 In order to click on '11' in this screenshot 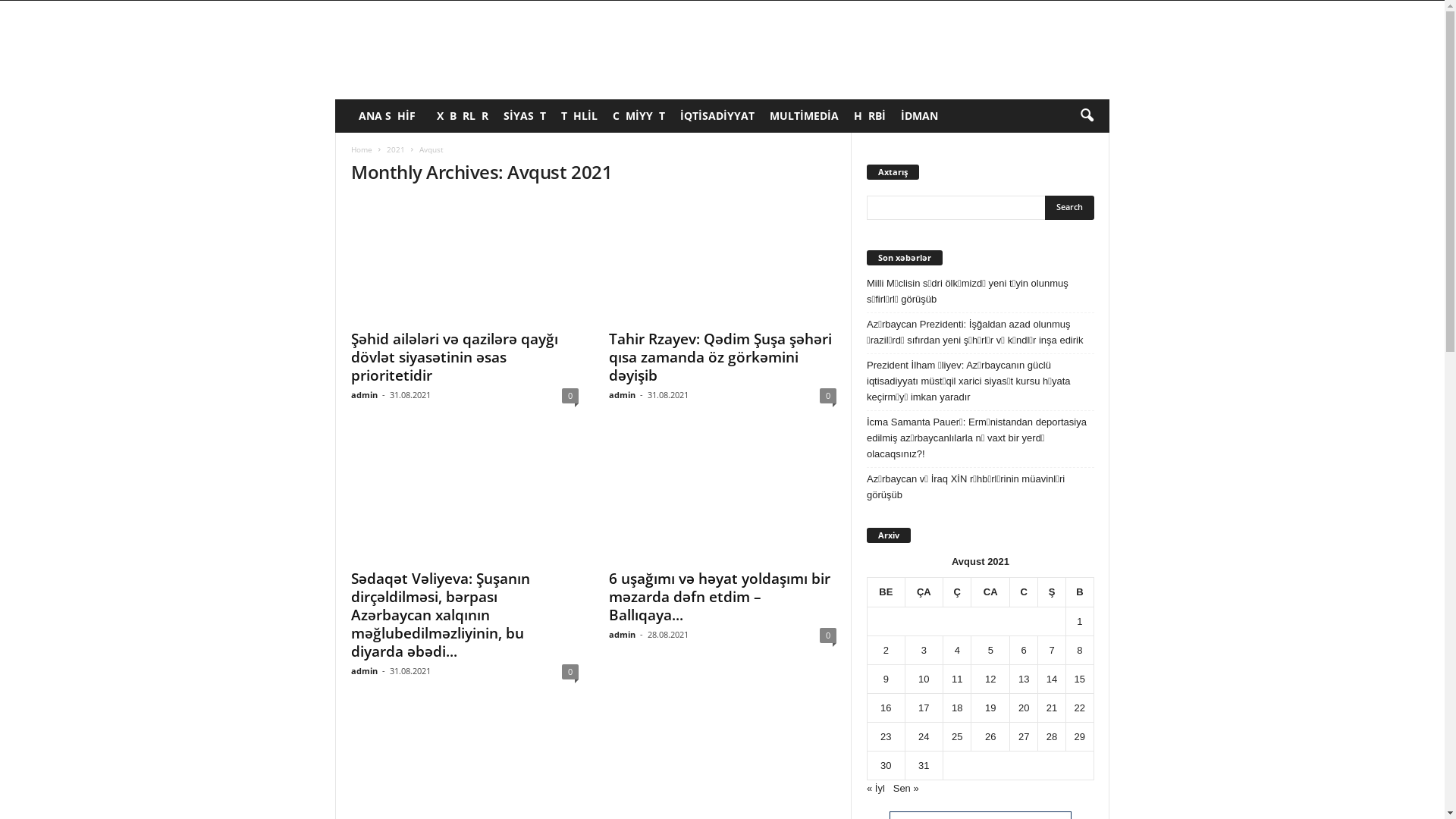, I will do `click(950, 678)`.